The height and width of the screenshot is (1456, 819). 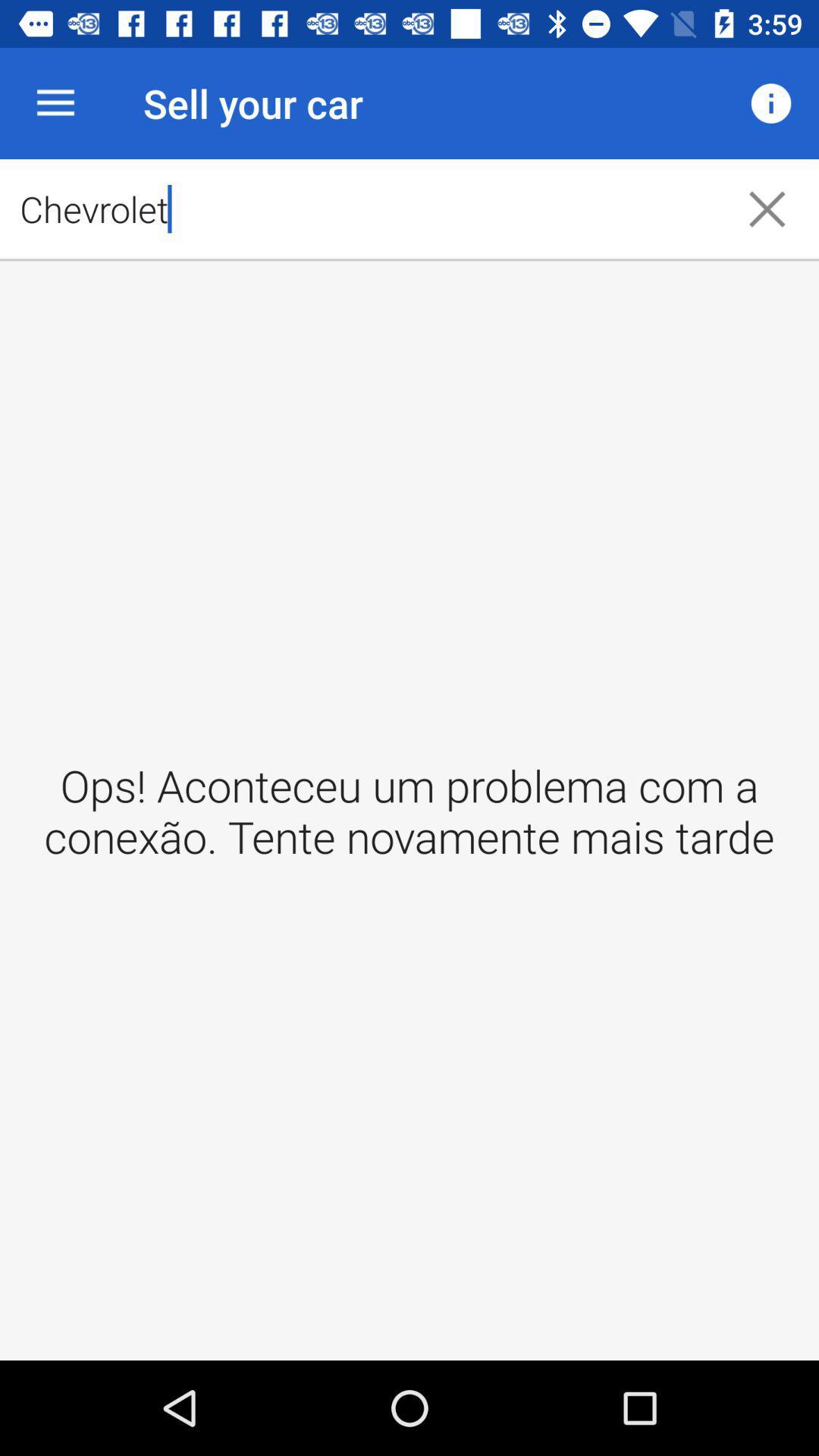 I want to click on the item next to sell your car item, so click(x=55, y=102).